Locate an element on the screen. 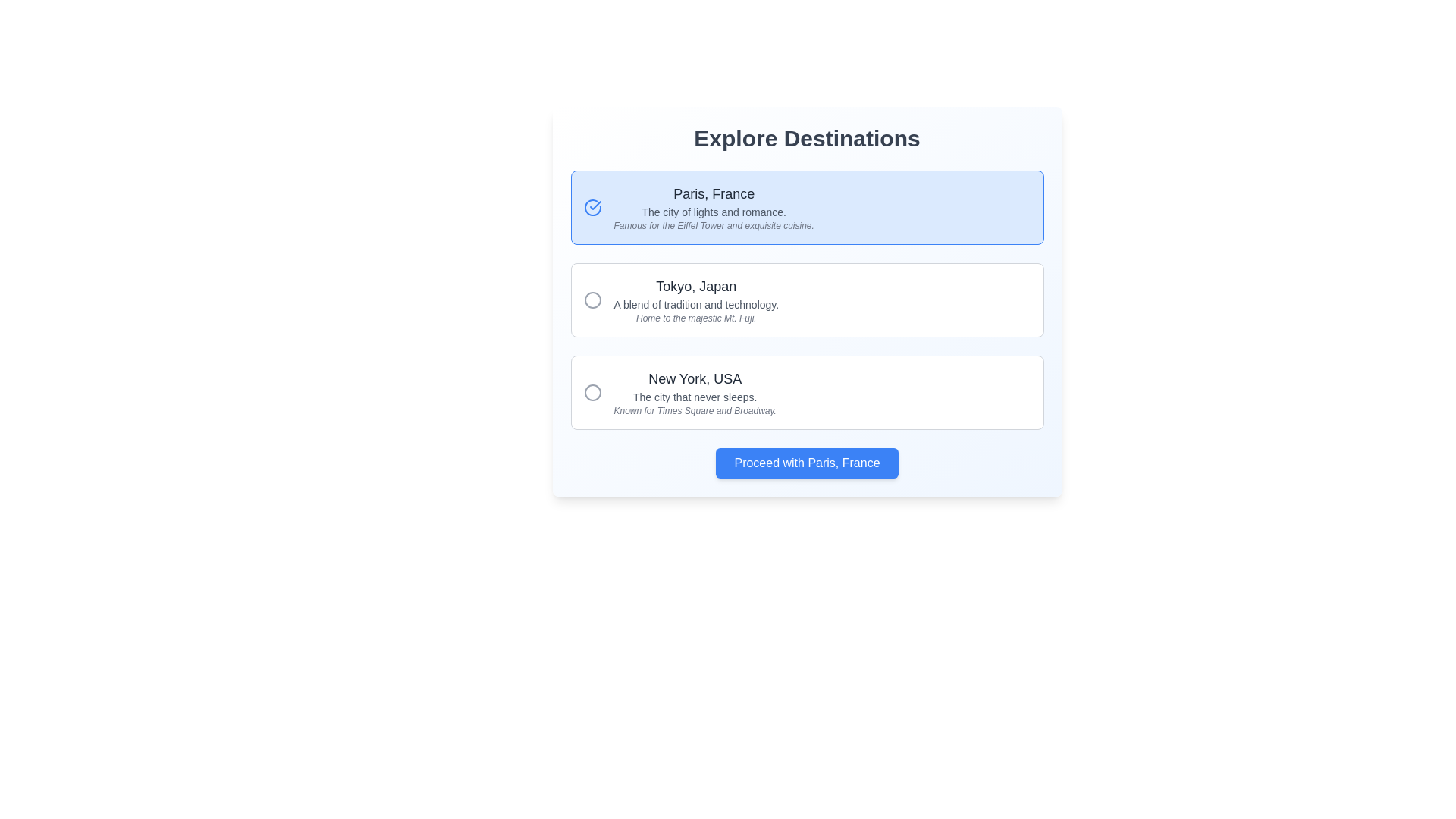 The width and height of the screenshot is (1456, 819). checkmark icon that signifies the selection of 'Paris, France' in the options panel is located at coordinates (595, 205).